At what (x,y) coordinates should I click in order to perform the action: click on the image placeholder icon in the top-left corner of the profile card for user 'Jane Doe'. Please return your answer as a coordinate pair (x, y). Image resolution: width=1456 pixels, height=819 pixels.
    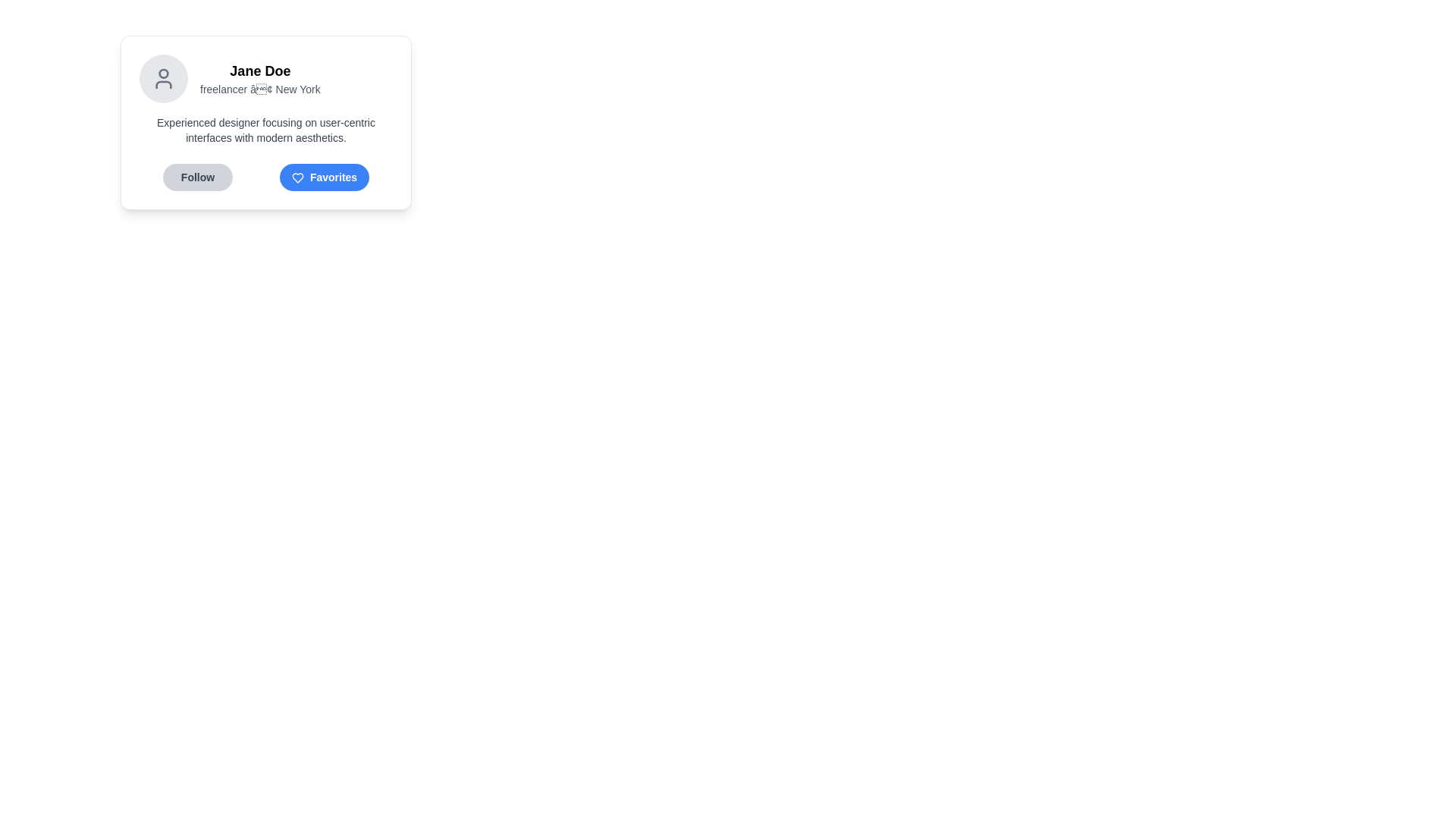
    Looking at the image, I should click on (164, 79).